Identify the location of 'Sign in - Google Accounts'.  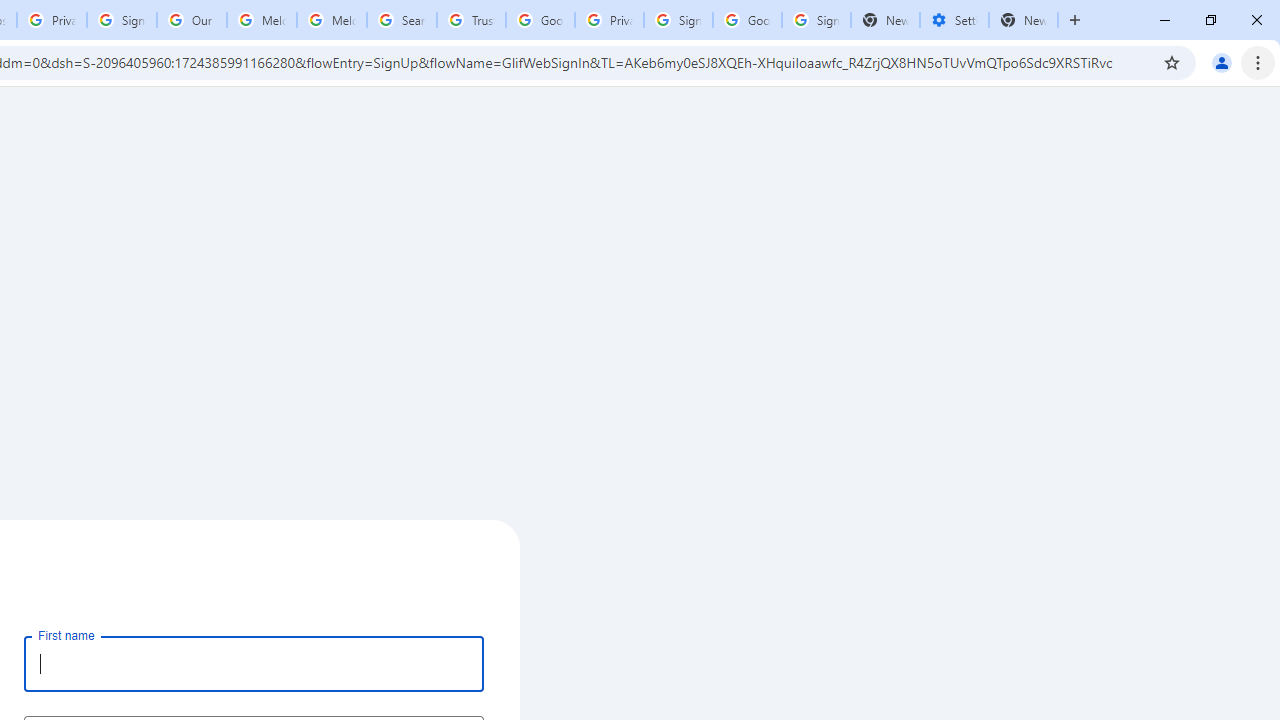
(678, 20).